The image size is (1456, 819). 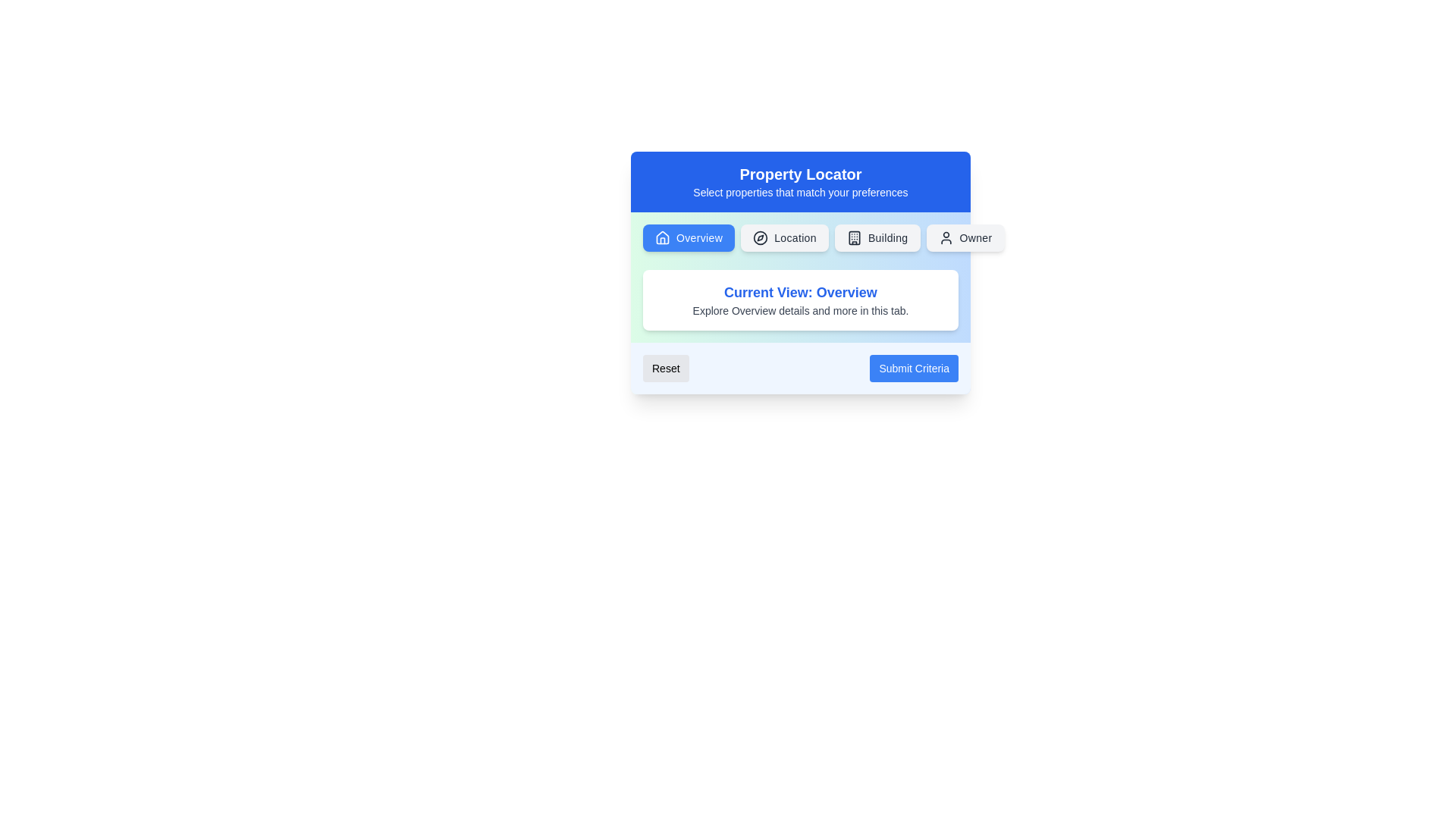 What do you see at coordinates (800, 192) in the screenshot?
I see `the text label that says 'Select properties that match your preferences', which is located below the 'Property Locator' title in the blue rectangular section at the top of the interface` at bounding box center [800, 192].